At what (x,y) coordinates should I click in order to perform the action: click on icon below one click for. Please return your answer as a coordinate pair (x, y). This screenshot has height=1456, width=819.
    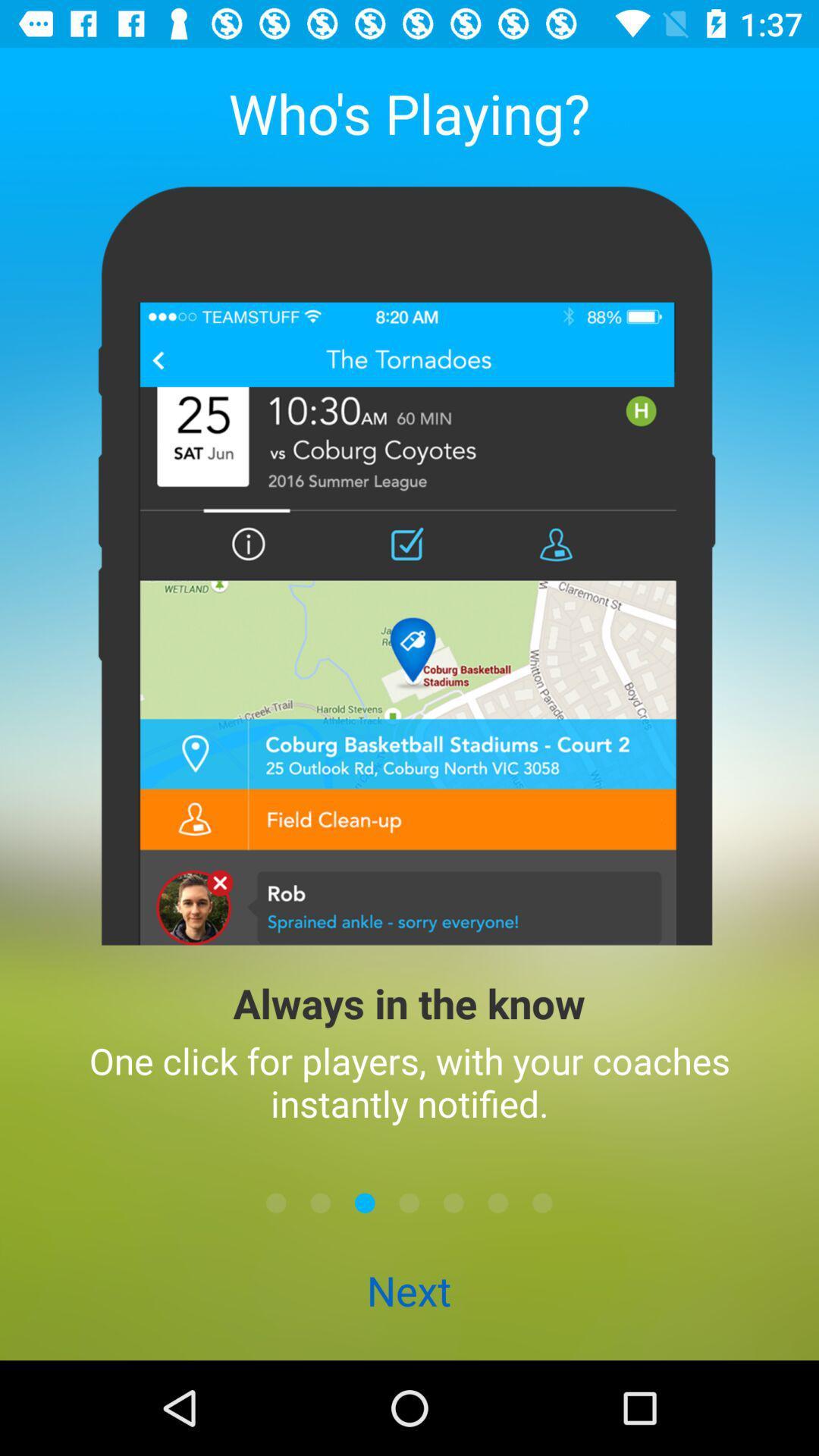
    Looking at the image, I should click on (409, 1202).